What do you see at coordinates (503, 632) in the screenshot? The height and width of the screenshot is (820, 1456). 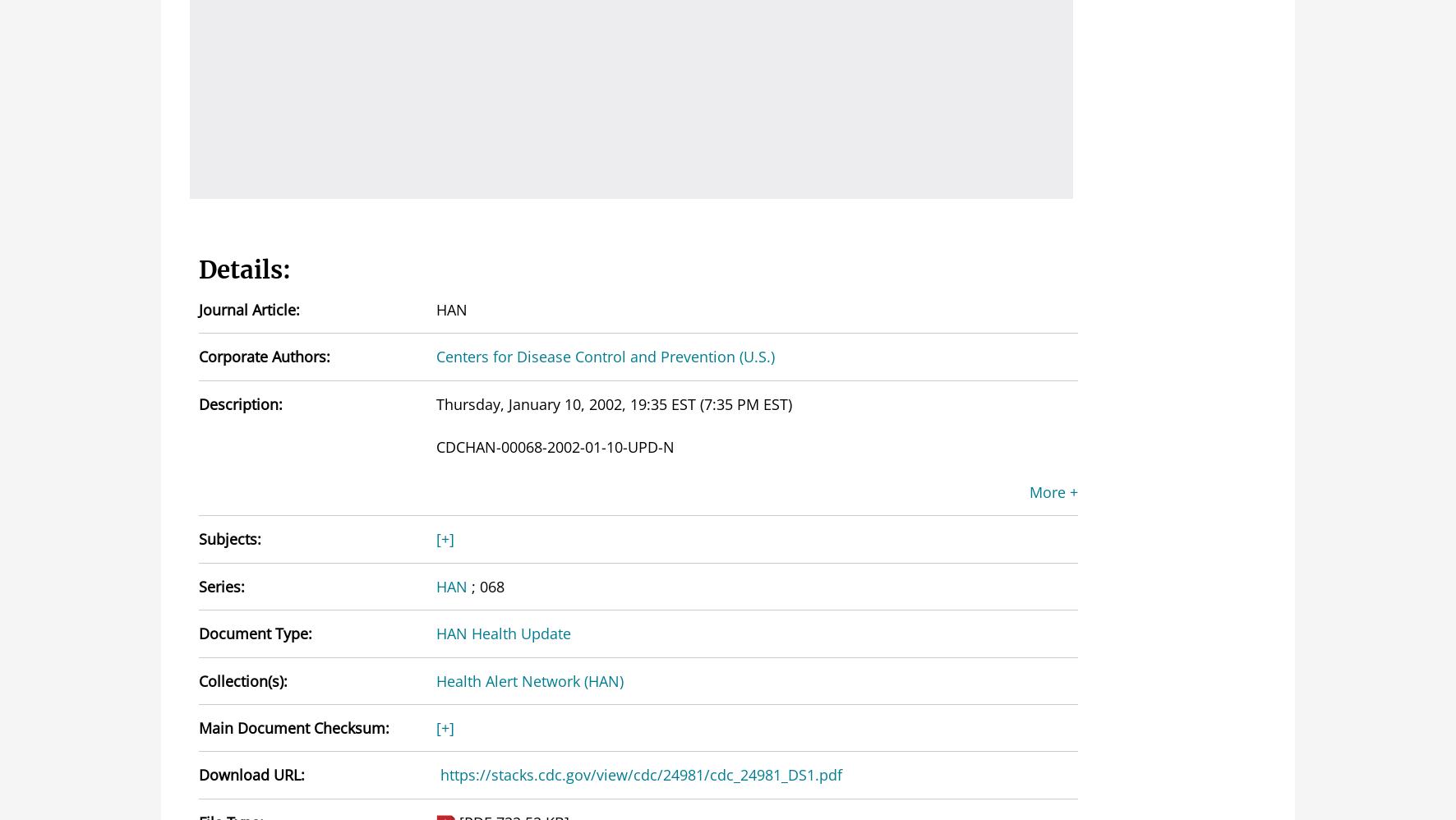 I see `'HAN Health Update'` at bounding box center [503, 632].